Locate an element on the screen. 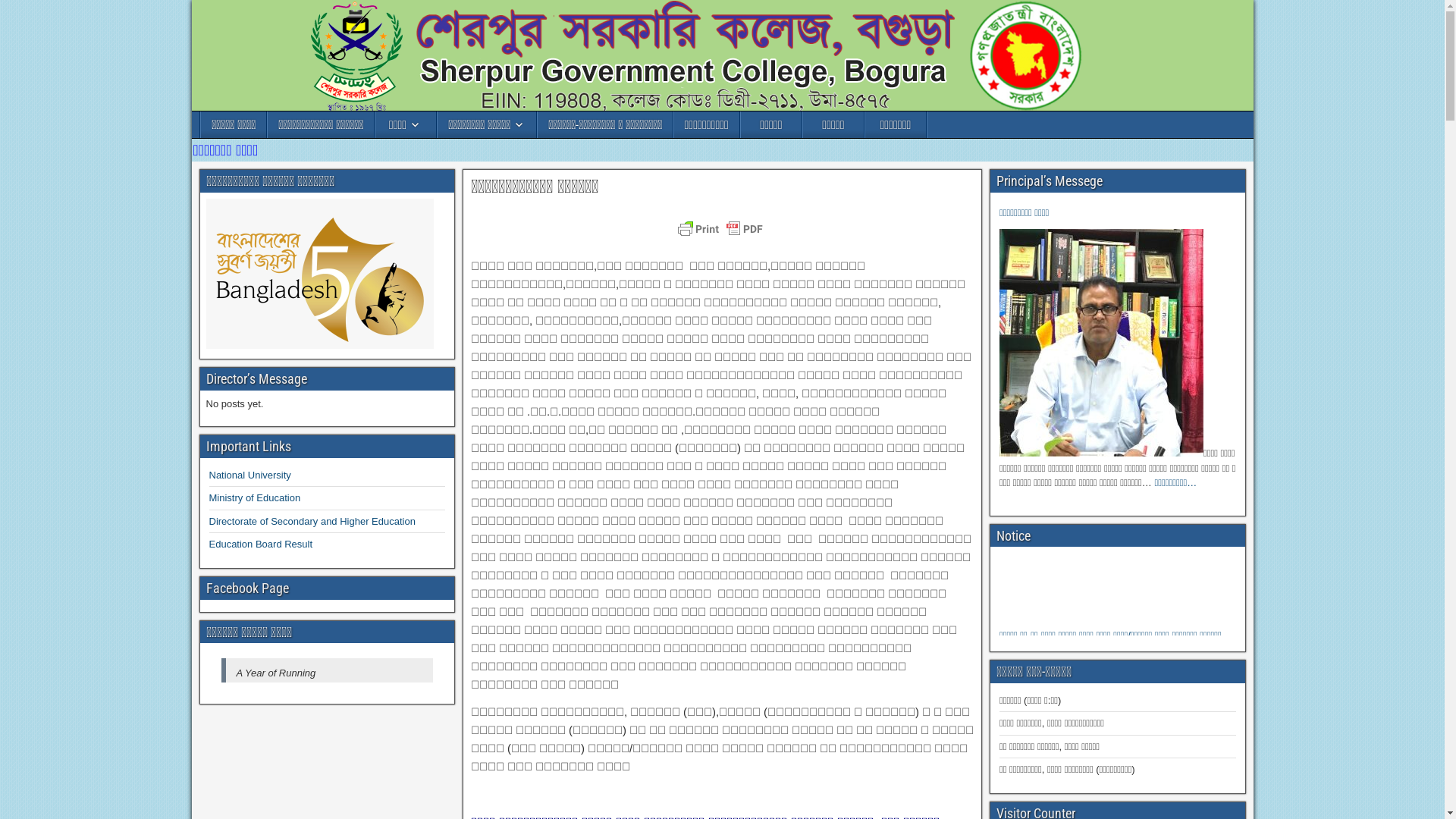 The width and height of the screenshot is (1456, 819). 'Printer Friendly, PDF & Email' is located at coordinates (722, 237).